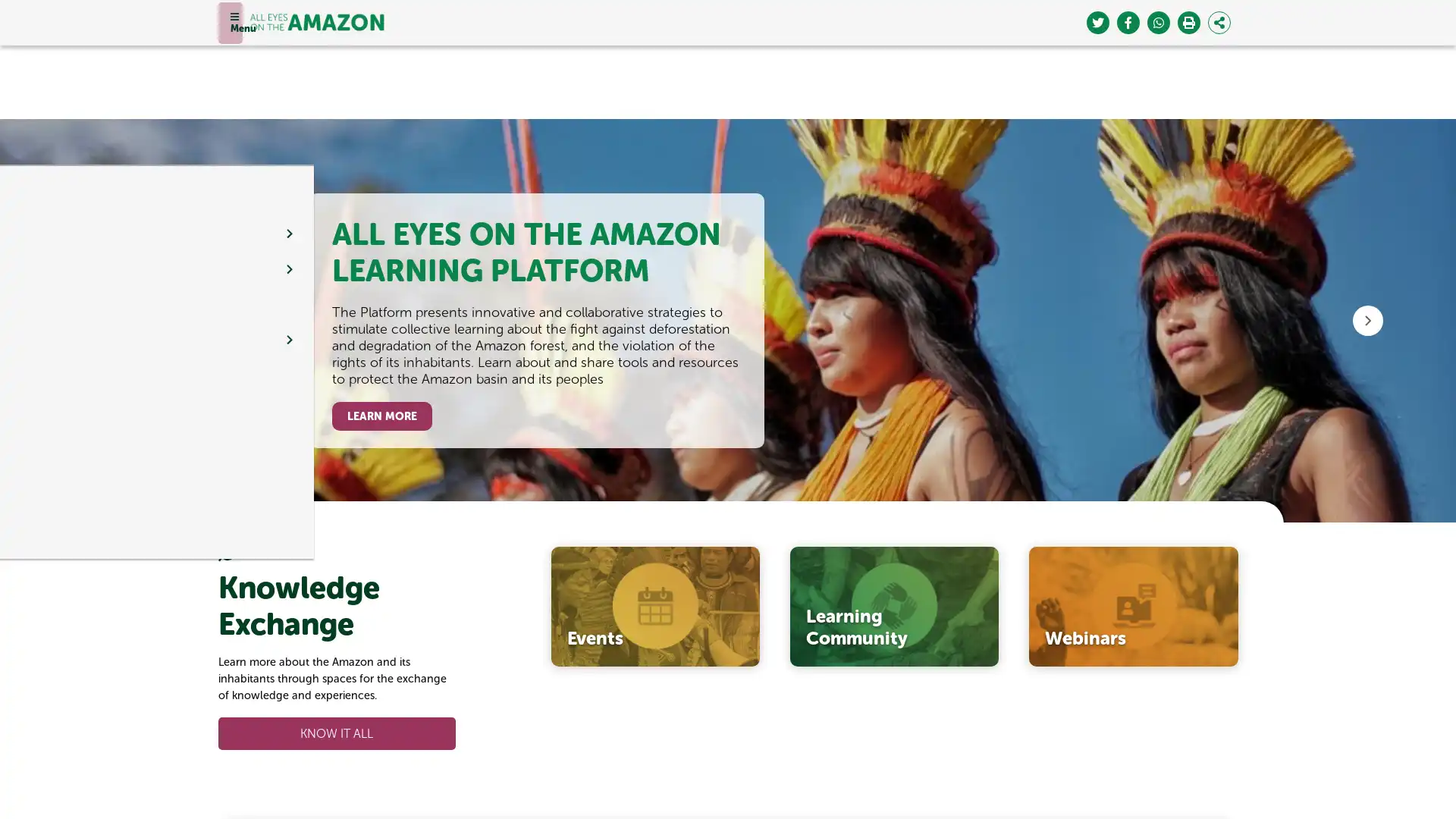  What do you see at coordinates (228, 22) in the screenshot?
I see `Toggle menu visibility` at bounding box center [228, 22].